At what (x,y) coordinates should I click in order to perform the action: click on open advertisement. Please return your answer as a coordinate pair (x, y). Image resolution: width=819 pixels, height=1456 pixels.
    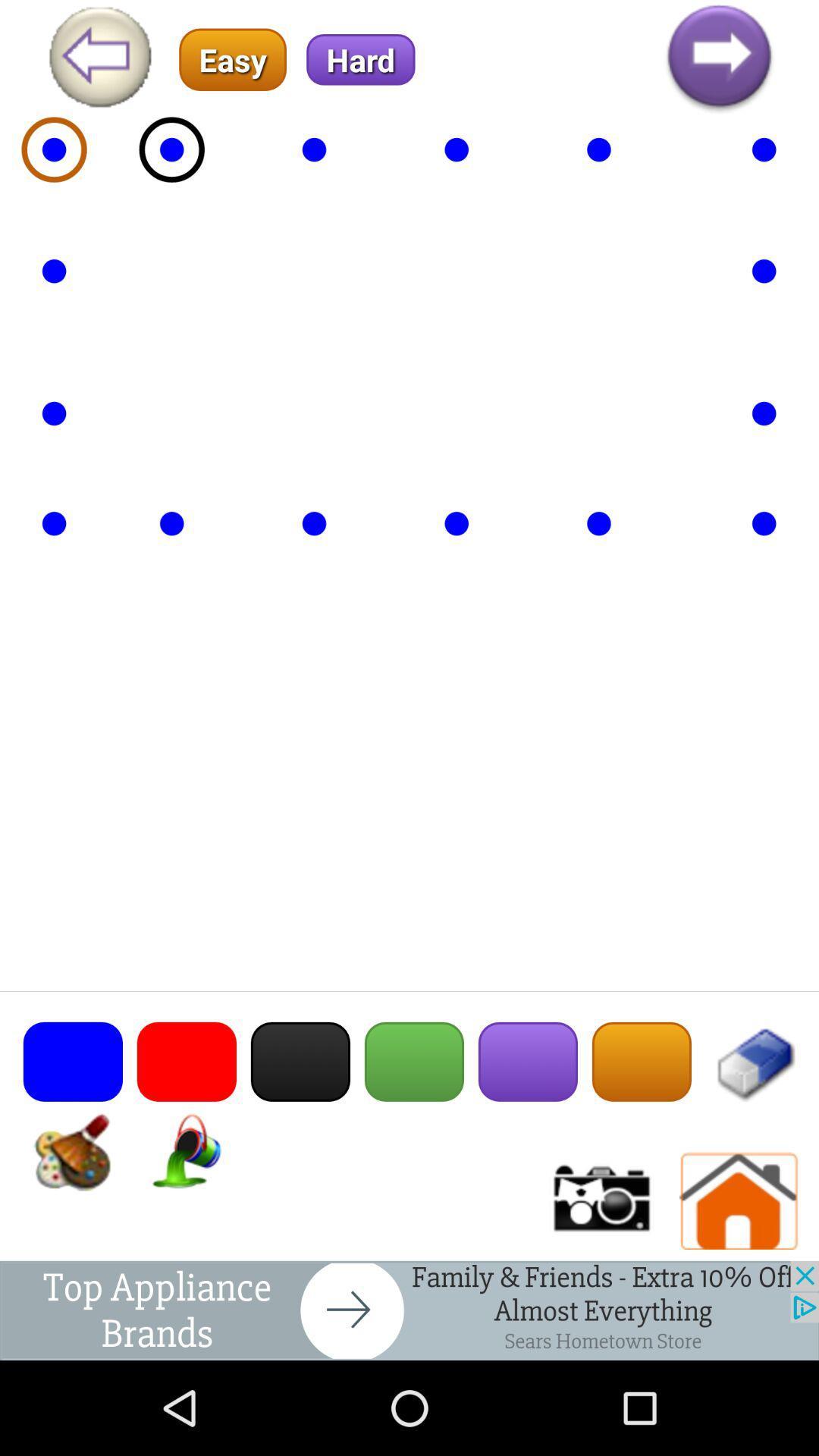
    Looking at the image, I should click on (409, 1310).